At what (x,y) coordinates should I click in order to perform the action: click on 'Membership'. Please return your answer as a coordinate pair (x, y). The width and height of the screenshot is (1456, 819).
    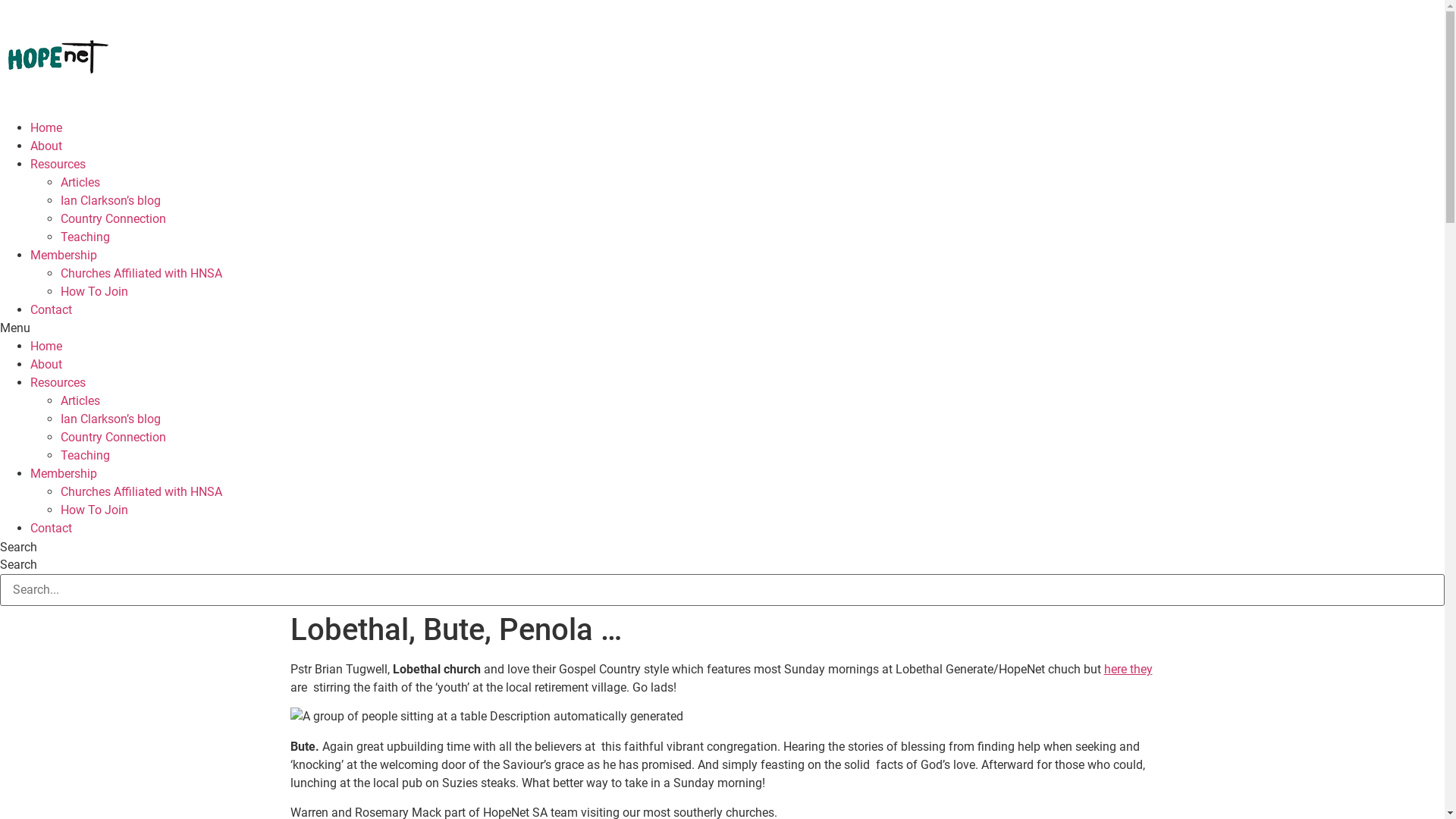
    Looking at the image, I should click on (62, 472).